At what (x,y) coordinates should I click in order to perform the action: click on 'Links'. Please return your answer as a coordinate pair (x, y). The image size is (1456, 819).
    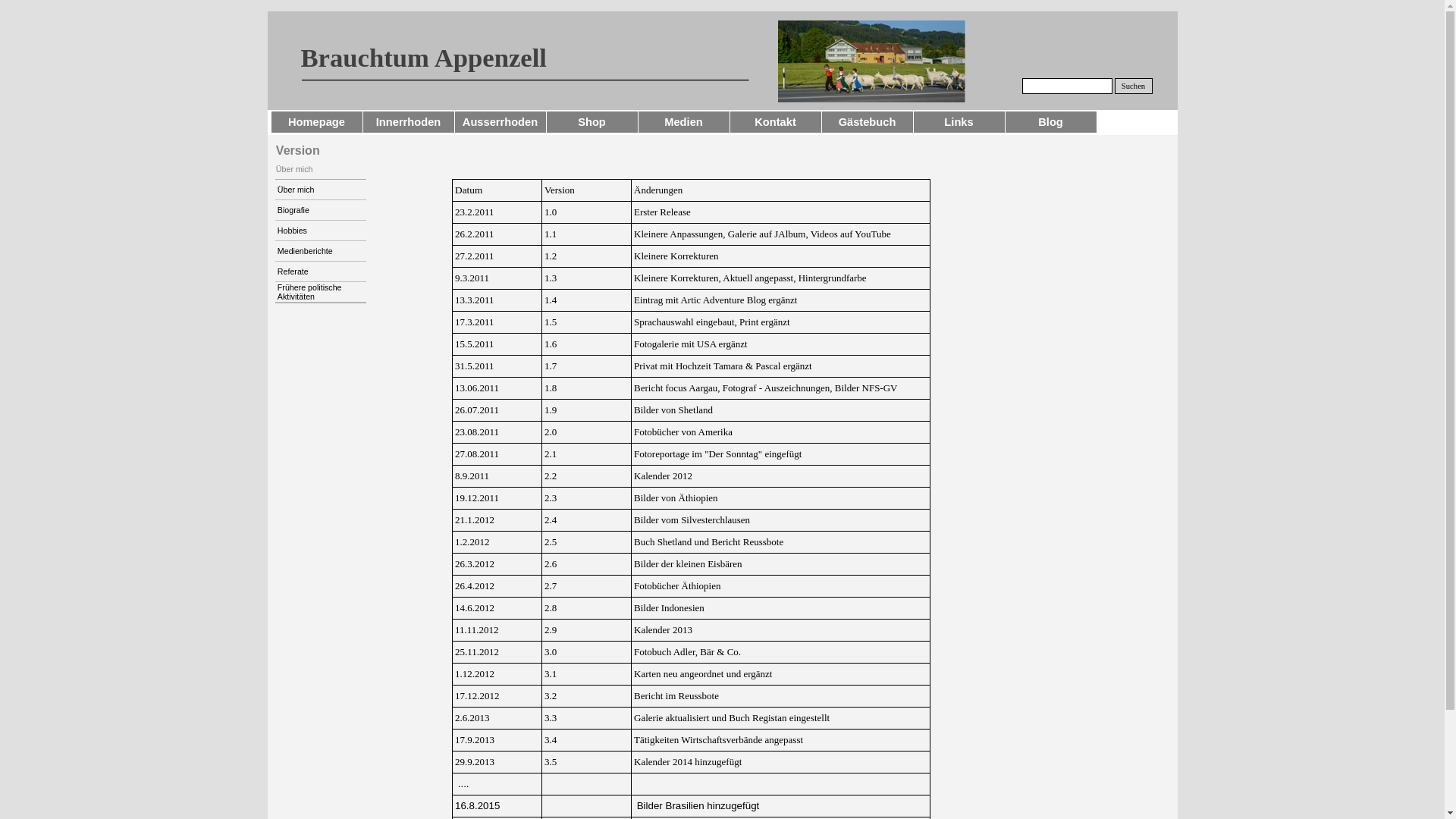
    Looking at the image, I should click on (957, 121).